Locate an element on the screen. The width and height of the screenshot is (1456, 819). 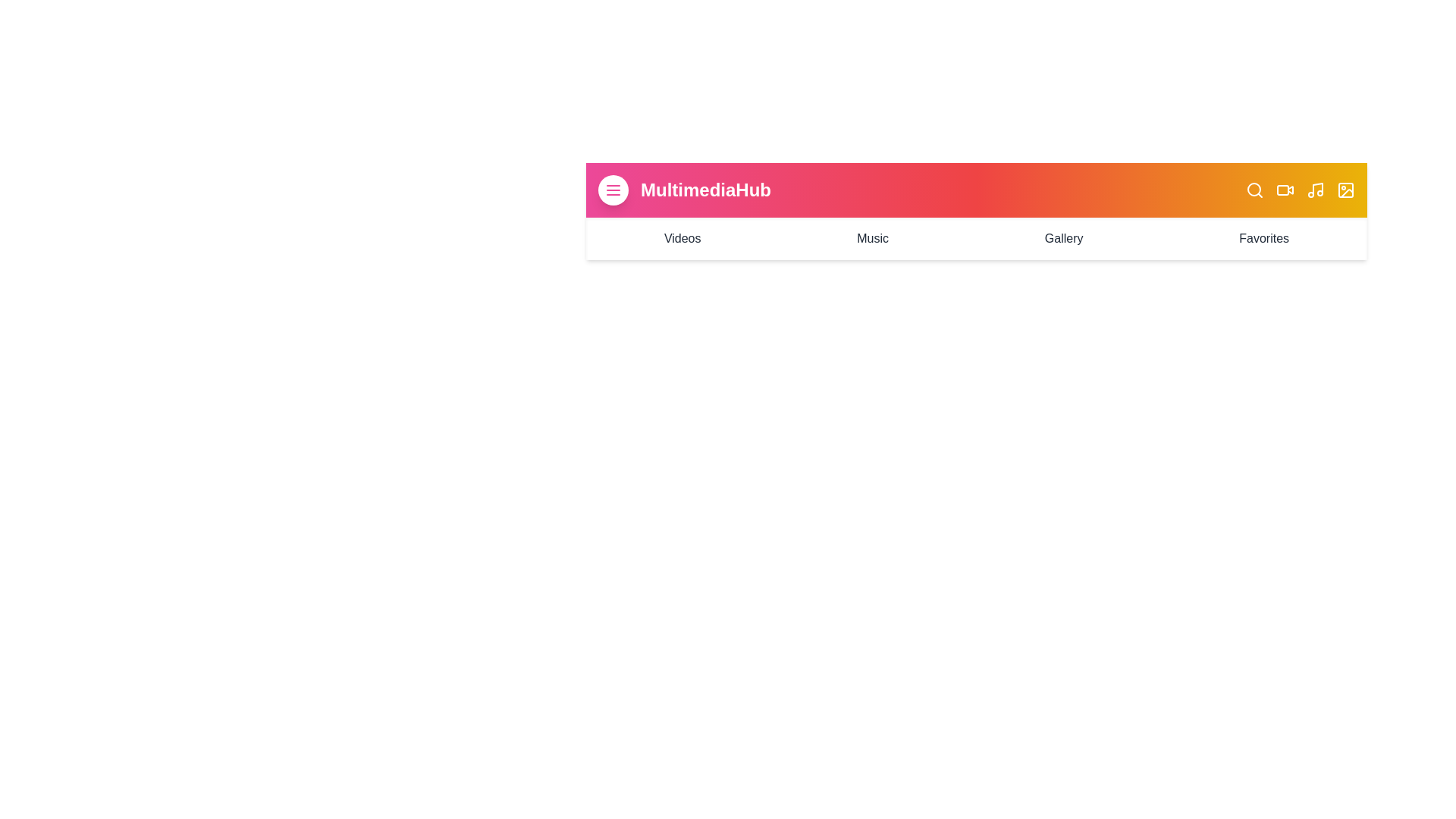
the navigation link labeled 'Videos' to navigate to the respective section is located at coordinates (682, 239).